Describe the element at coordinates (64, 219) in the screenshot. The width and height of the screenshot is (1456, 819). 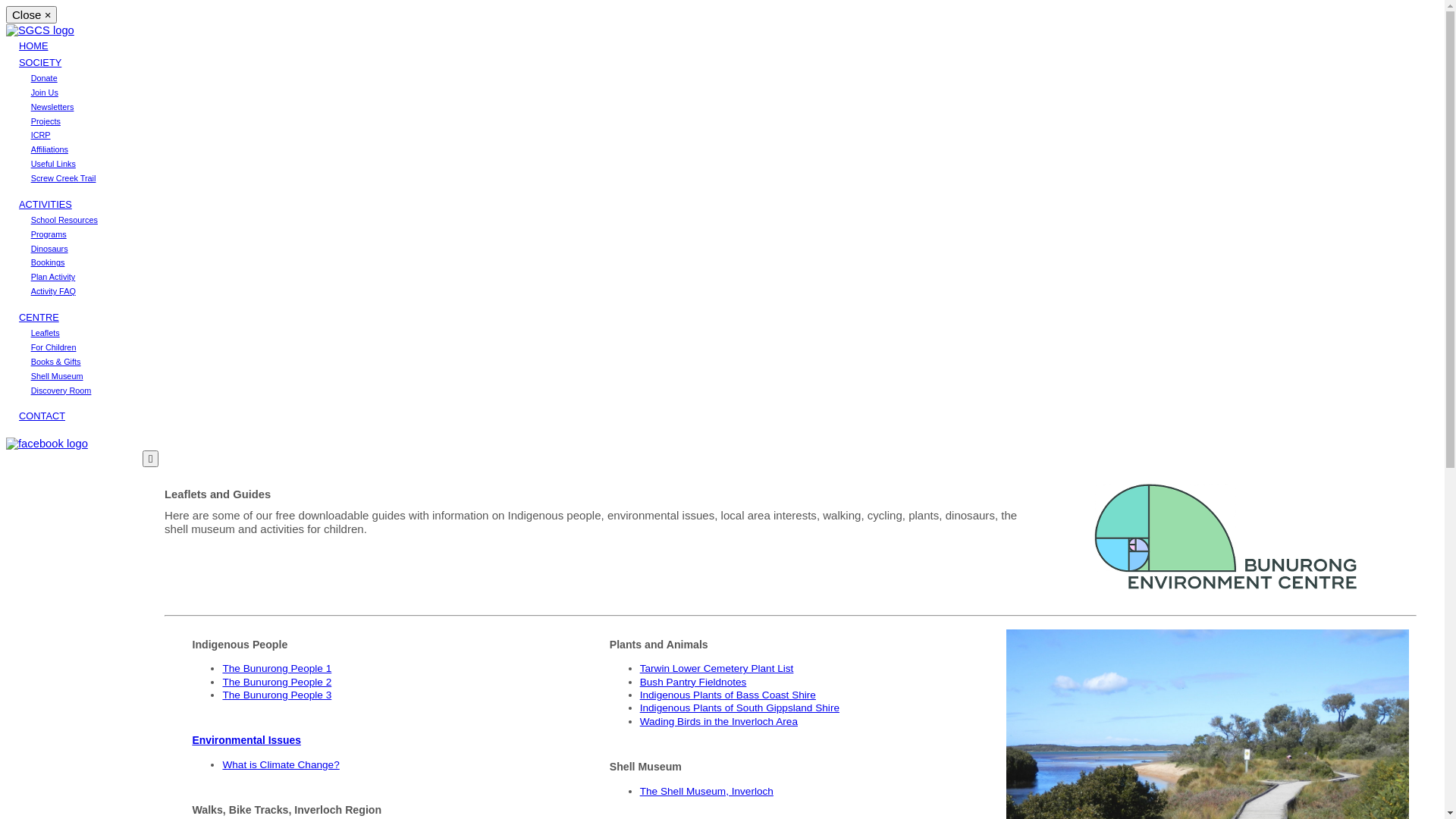
I see `'School Resources'` at that location.